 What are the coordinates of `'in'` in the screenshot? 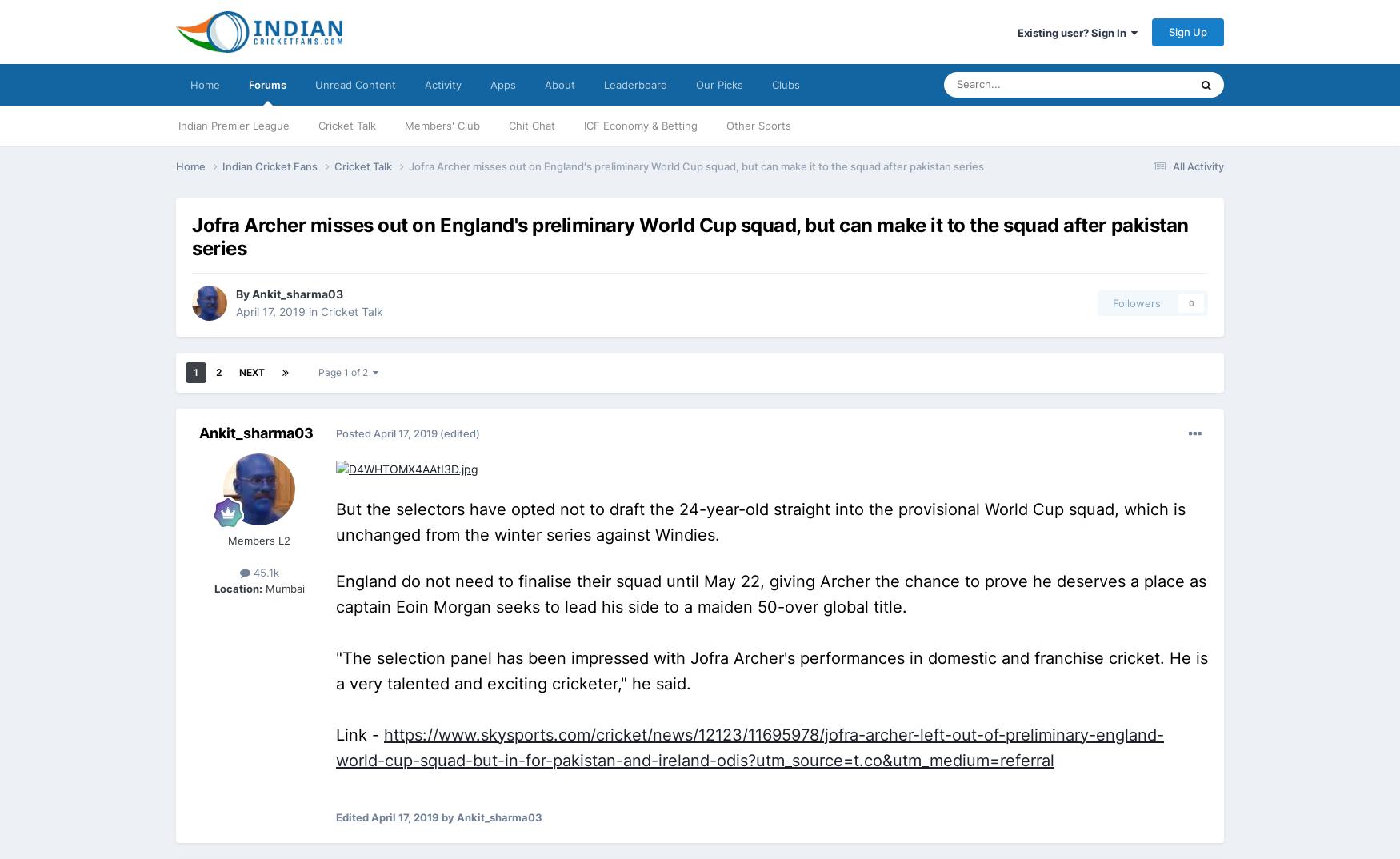 It's located at (312, 310).